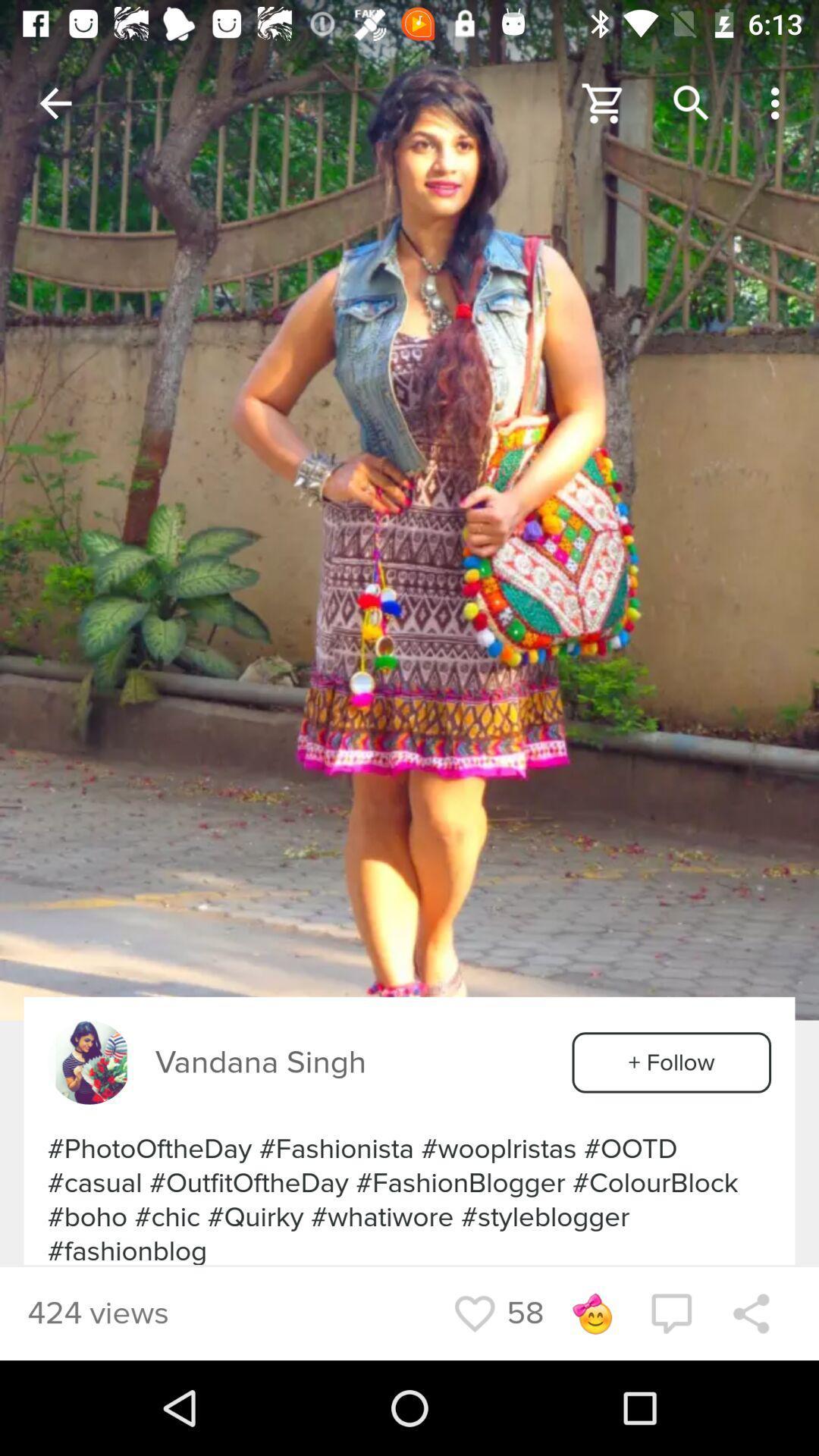  Describe the element at coordinates (670, 1313) in the screenshot. I see `message option` at that location.